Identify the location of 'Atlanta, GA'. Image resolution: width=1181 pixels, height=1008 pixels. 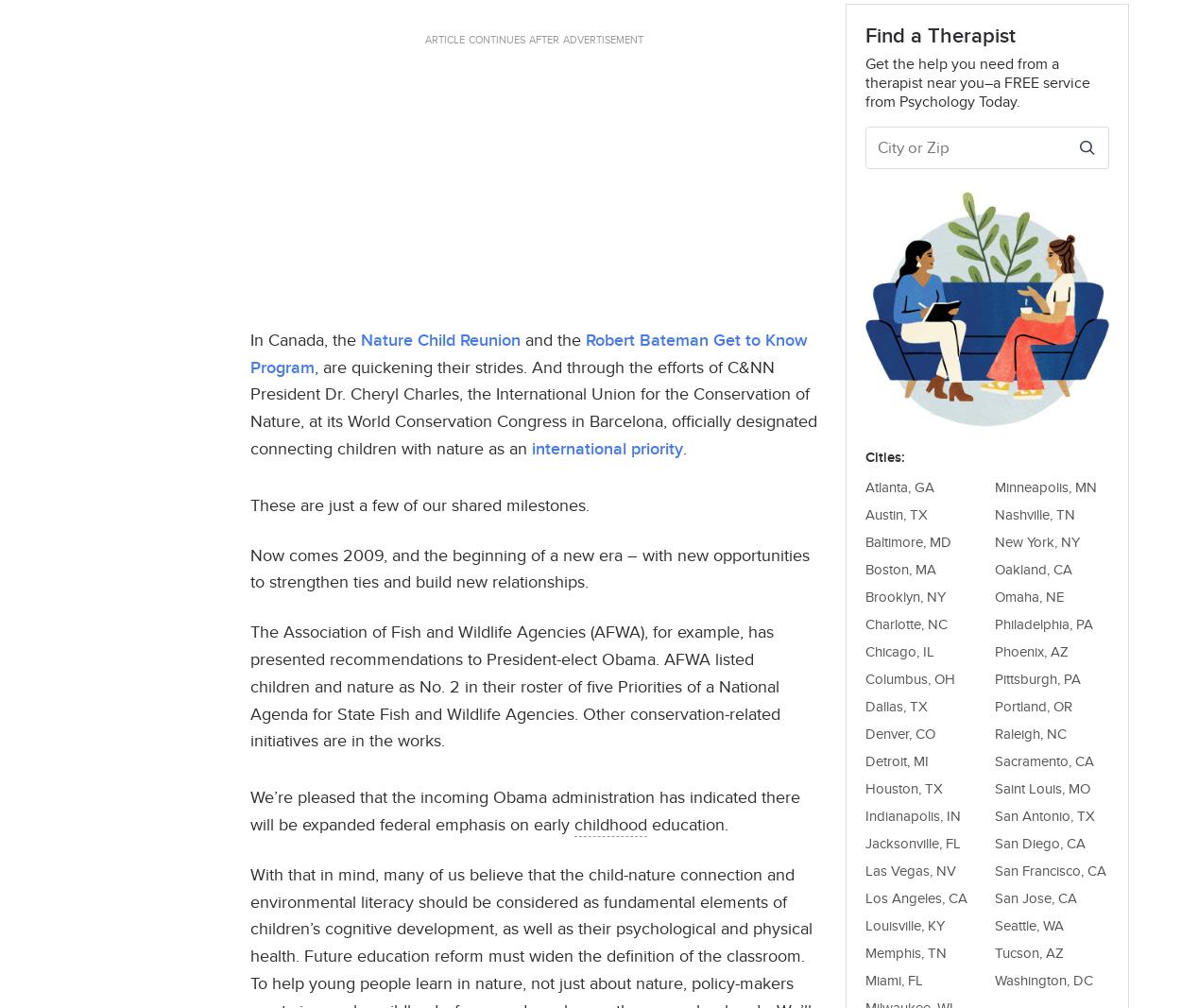
(899, 485).